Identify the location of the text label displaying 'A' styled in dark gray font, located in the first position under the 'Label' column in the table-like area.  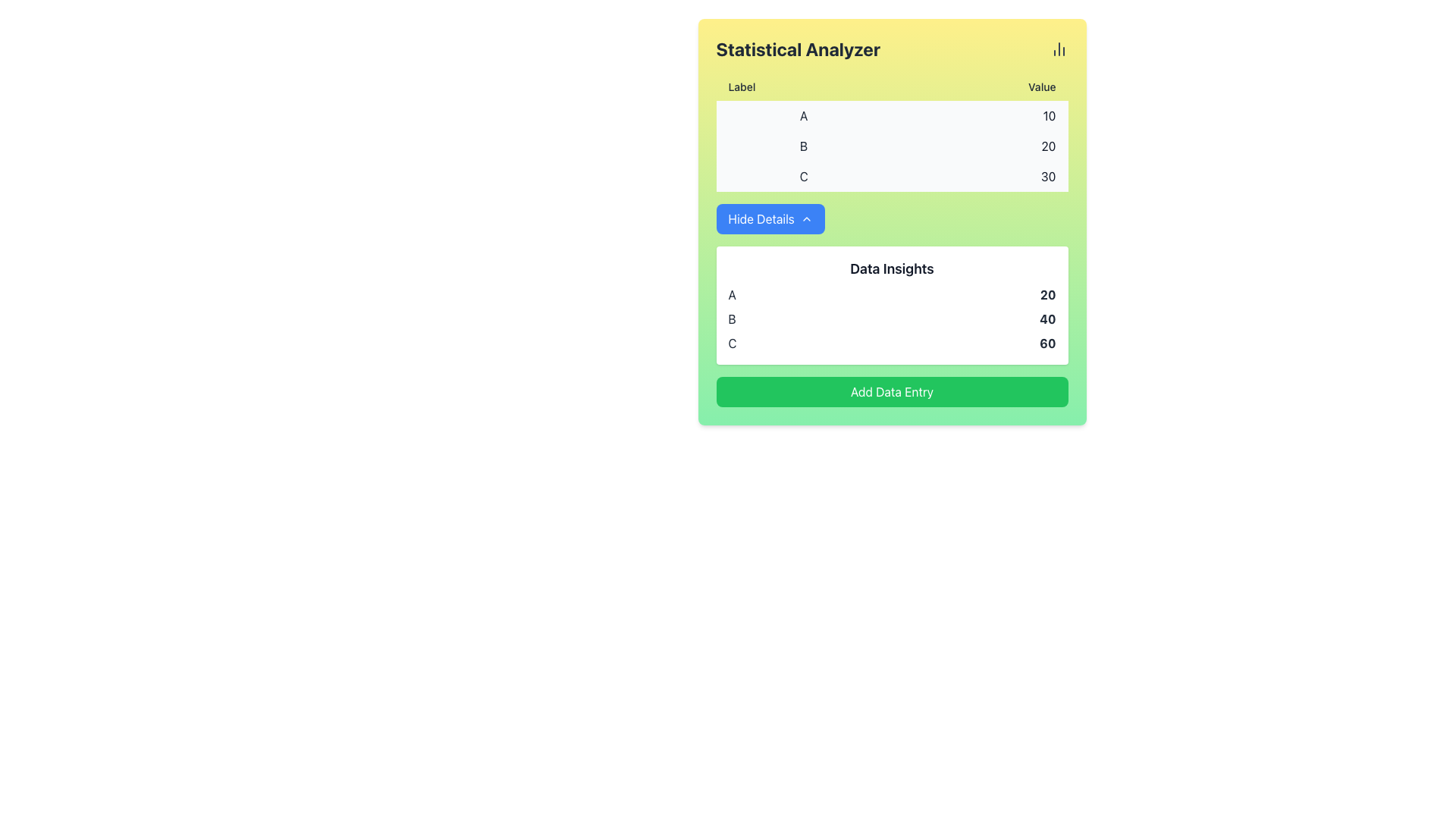
(803, 115).